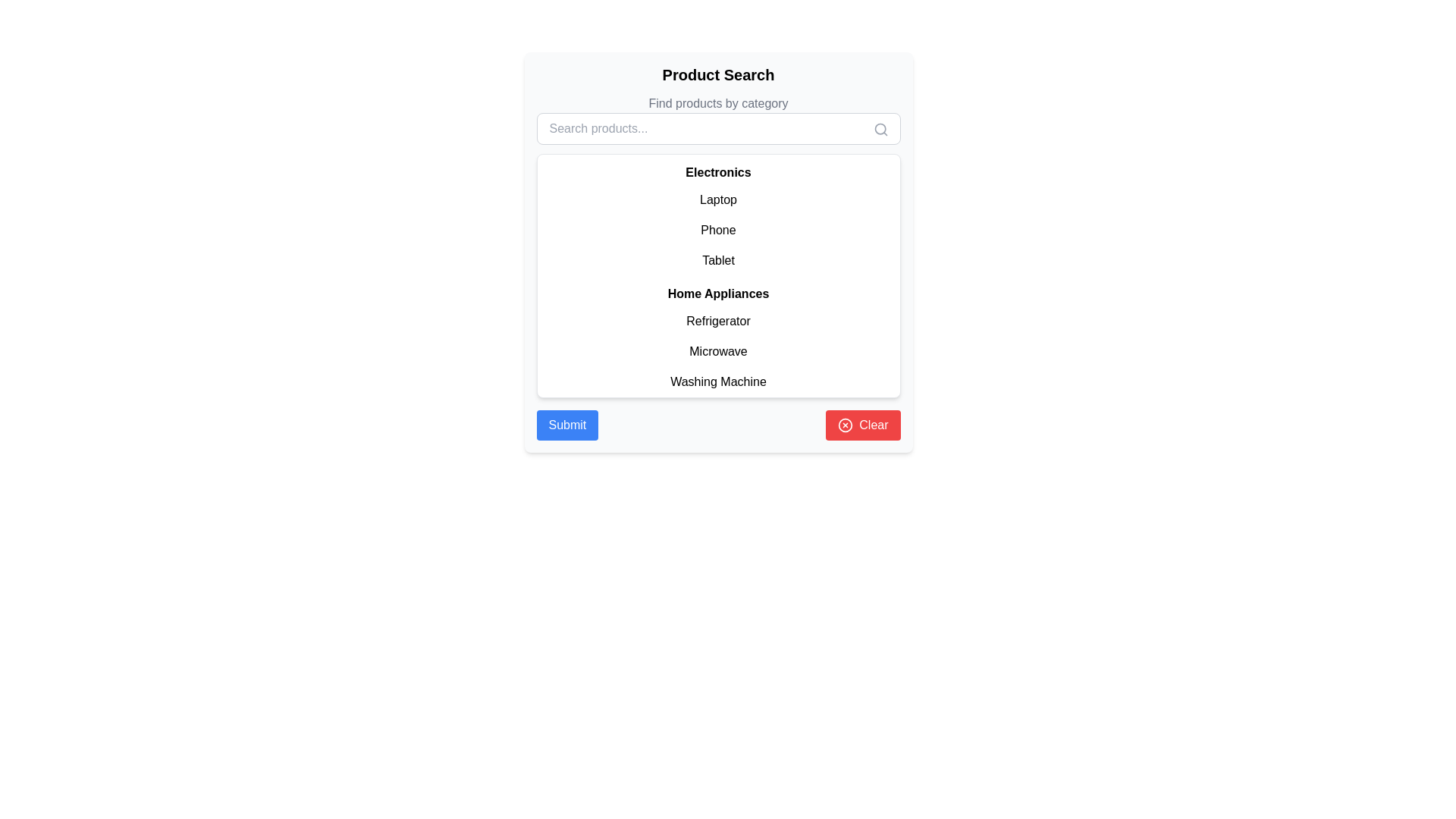  I want to click on the 'Microwave' text label in the 'Home Appliances' section of the product category list, so click(717, 351).